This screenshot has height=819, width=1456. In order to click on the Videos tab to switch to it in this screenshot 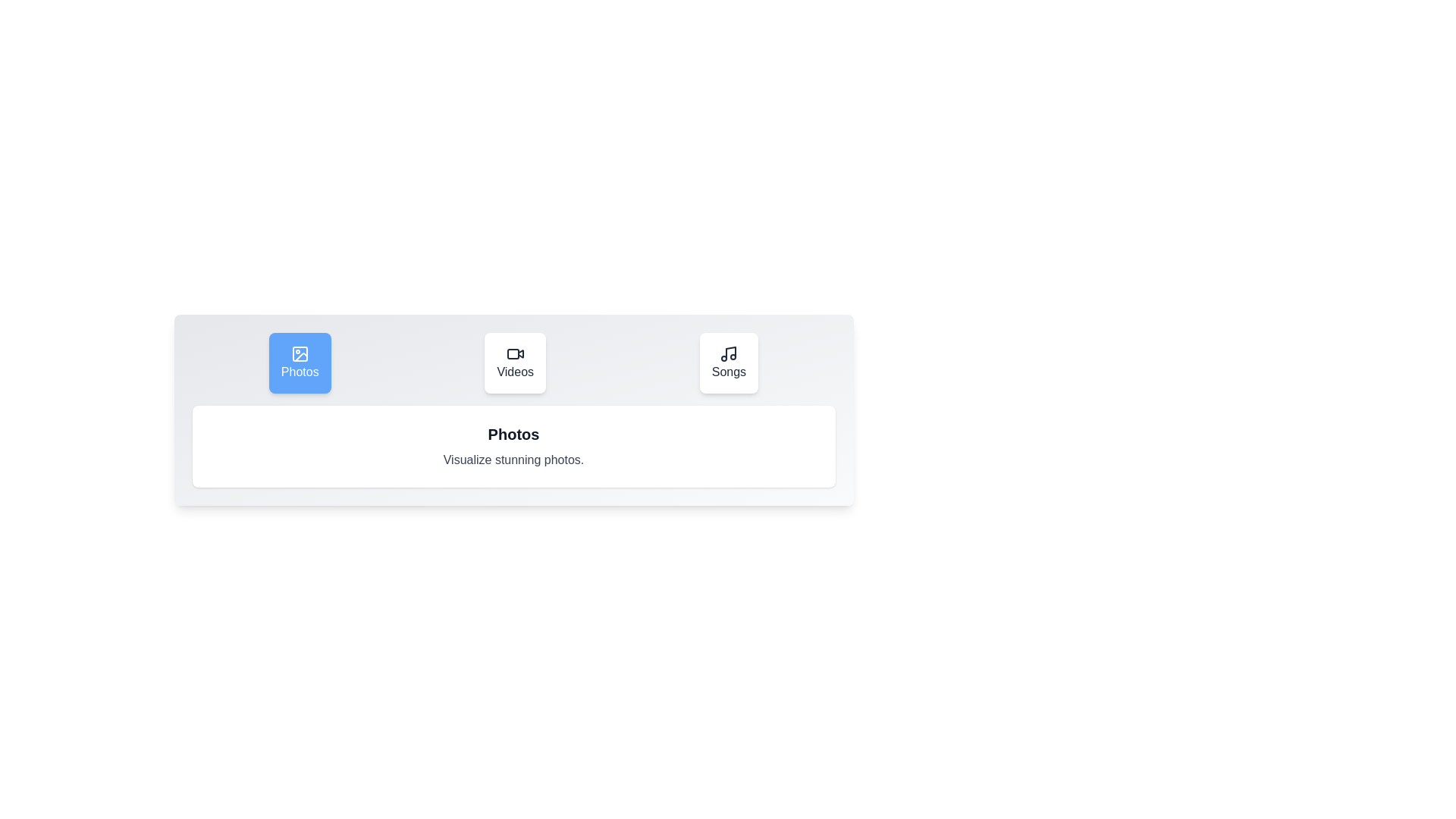, I will do `click(515, 362)`.